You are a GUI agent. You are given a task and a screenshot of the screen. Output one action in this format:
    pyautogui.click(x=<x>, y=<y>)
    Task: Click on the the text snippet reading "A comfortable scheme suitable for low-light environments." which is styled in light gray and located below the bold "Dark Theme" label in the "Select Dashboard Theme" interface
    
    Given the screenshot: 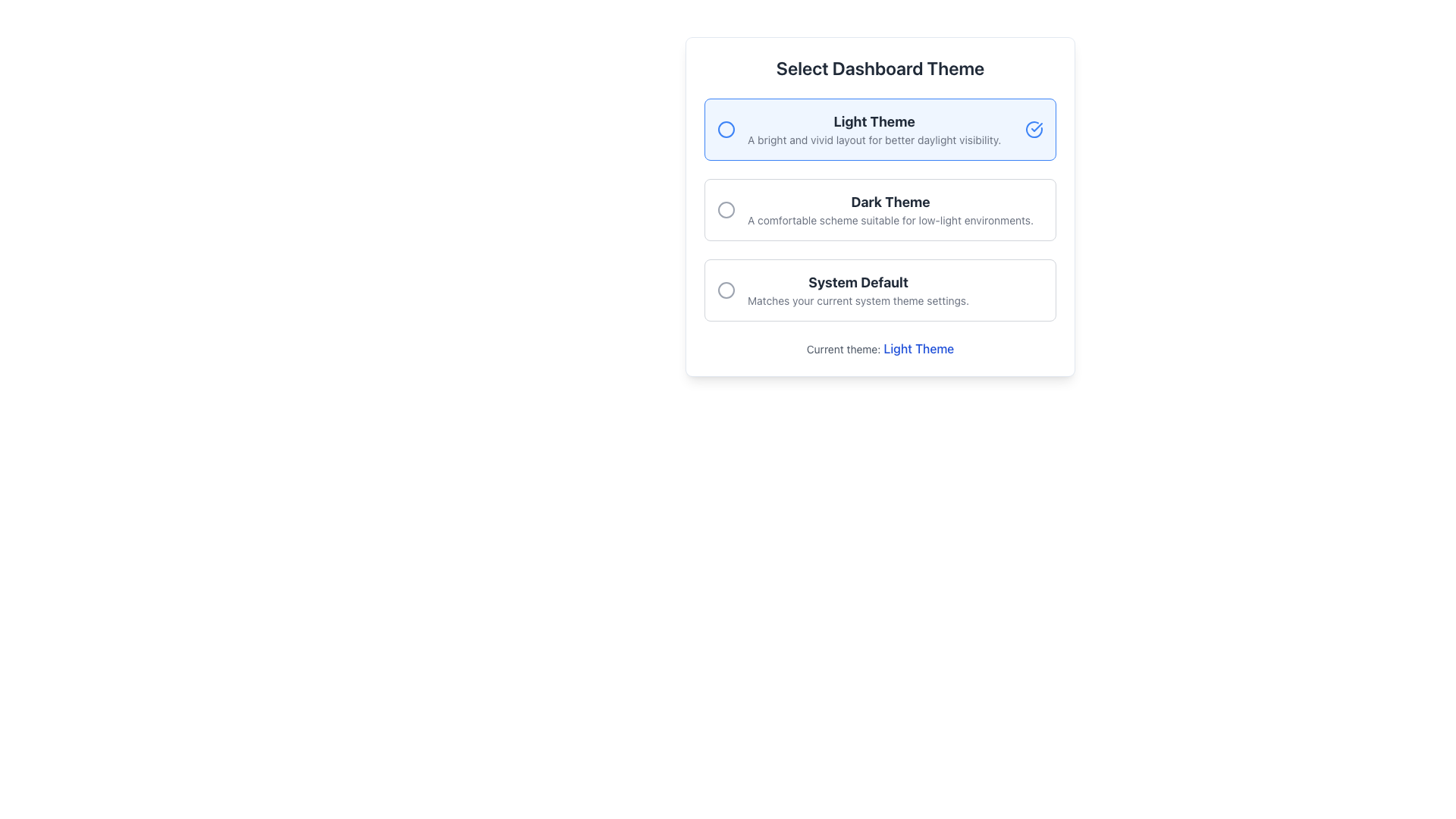 What is the action you would take?
    pyautogui.click(x=890, y=220)
    